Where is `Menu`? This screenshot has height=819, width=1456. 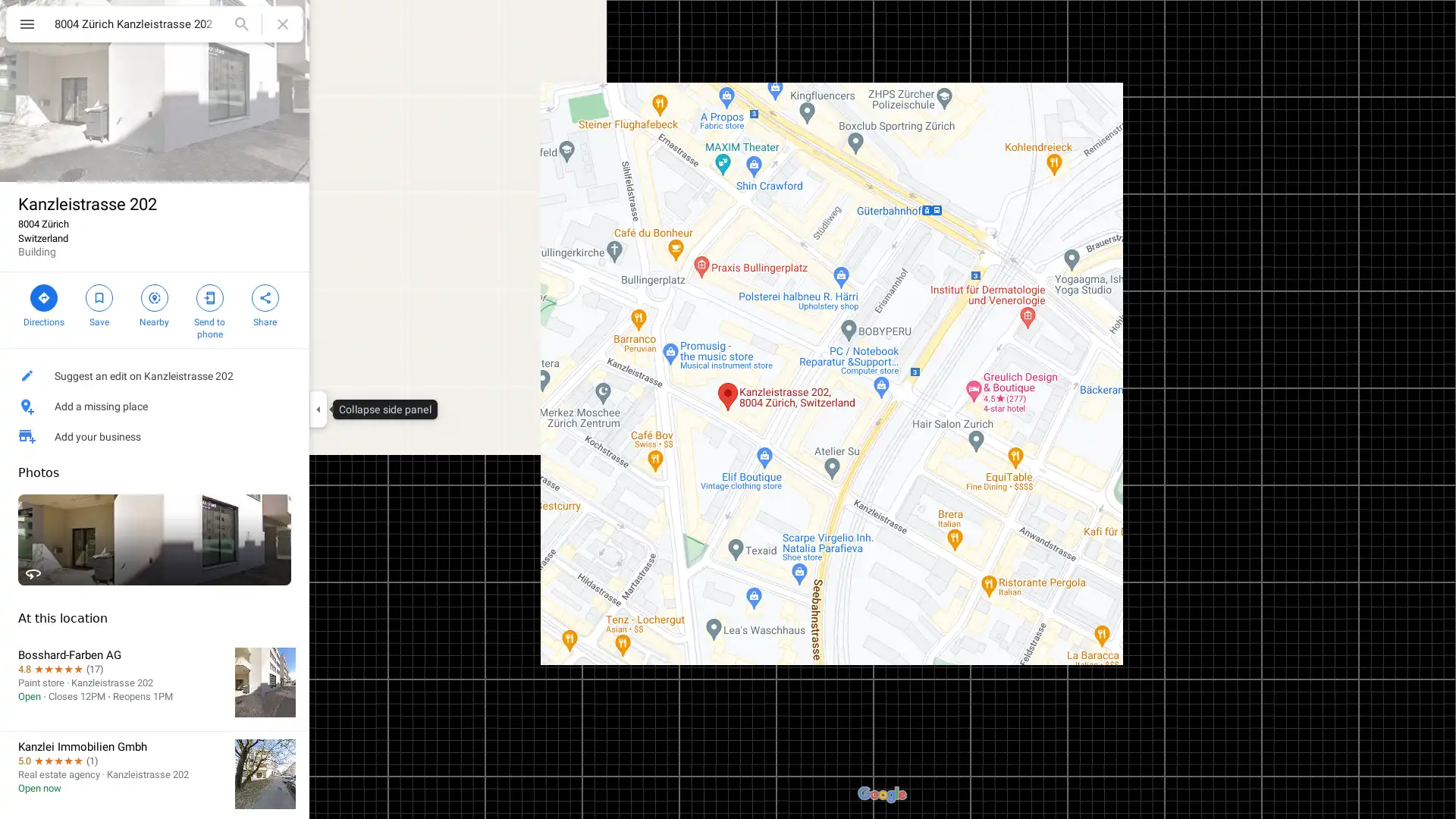
Menu is located at coordinates (27, 26).